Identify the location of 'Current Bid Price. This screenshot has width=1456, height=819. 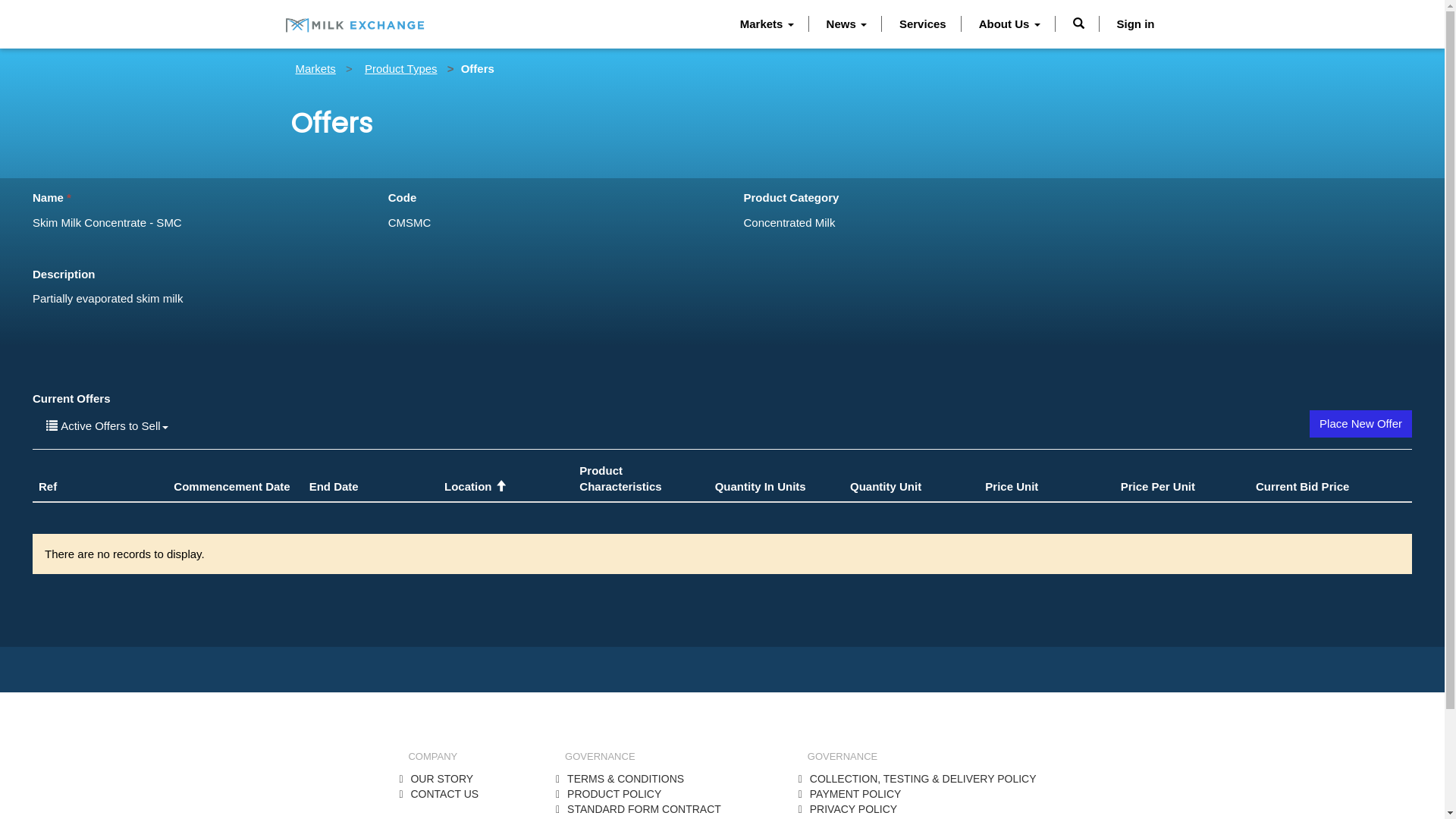
(1301, 486).